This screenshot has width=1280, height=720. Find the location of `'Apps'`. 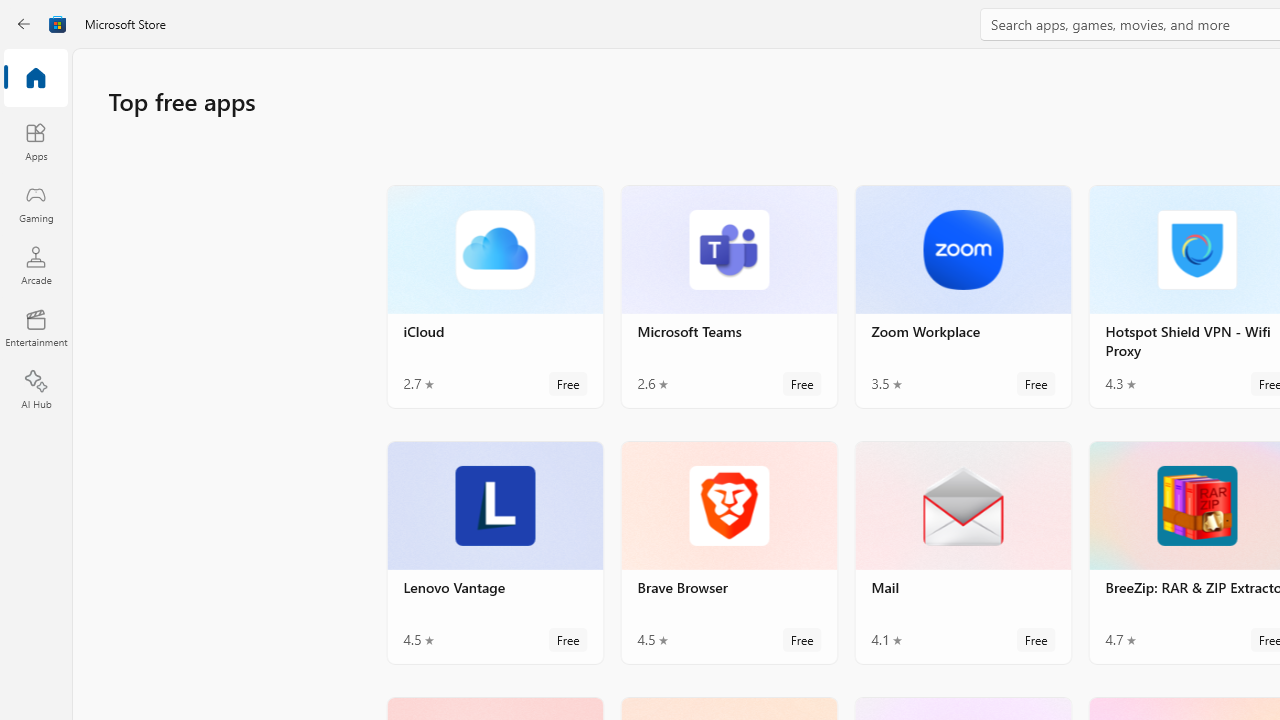

'Apps' is located at coordinates (35, 140).